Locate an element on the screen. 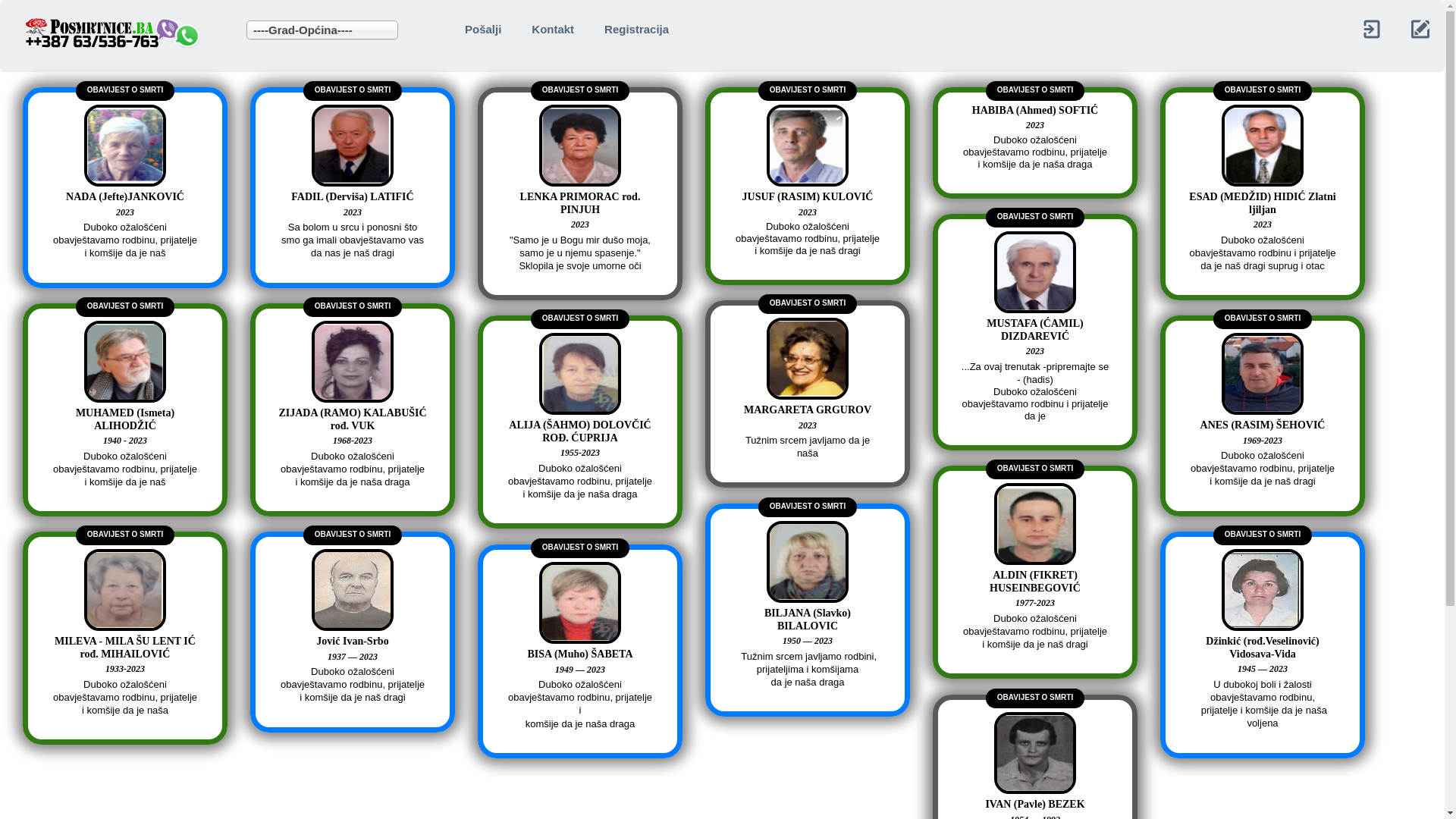 This screenshot has width=1456, height=819. '1969-2023' is located at coordinates (1187, 447).